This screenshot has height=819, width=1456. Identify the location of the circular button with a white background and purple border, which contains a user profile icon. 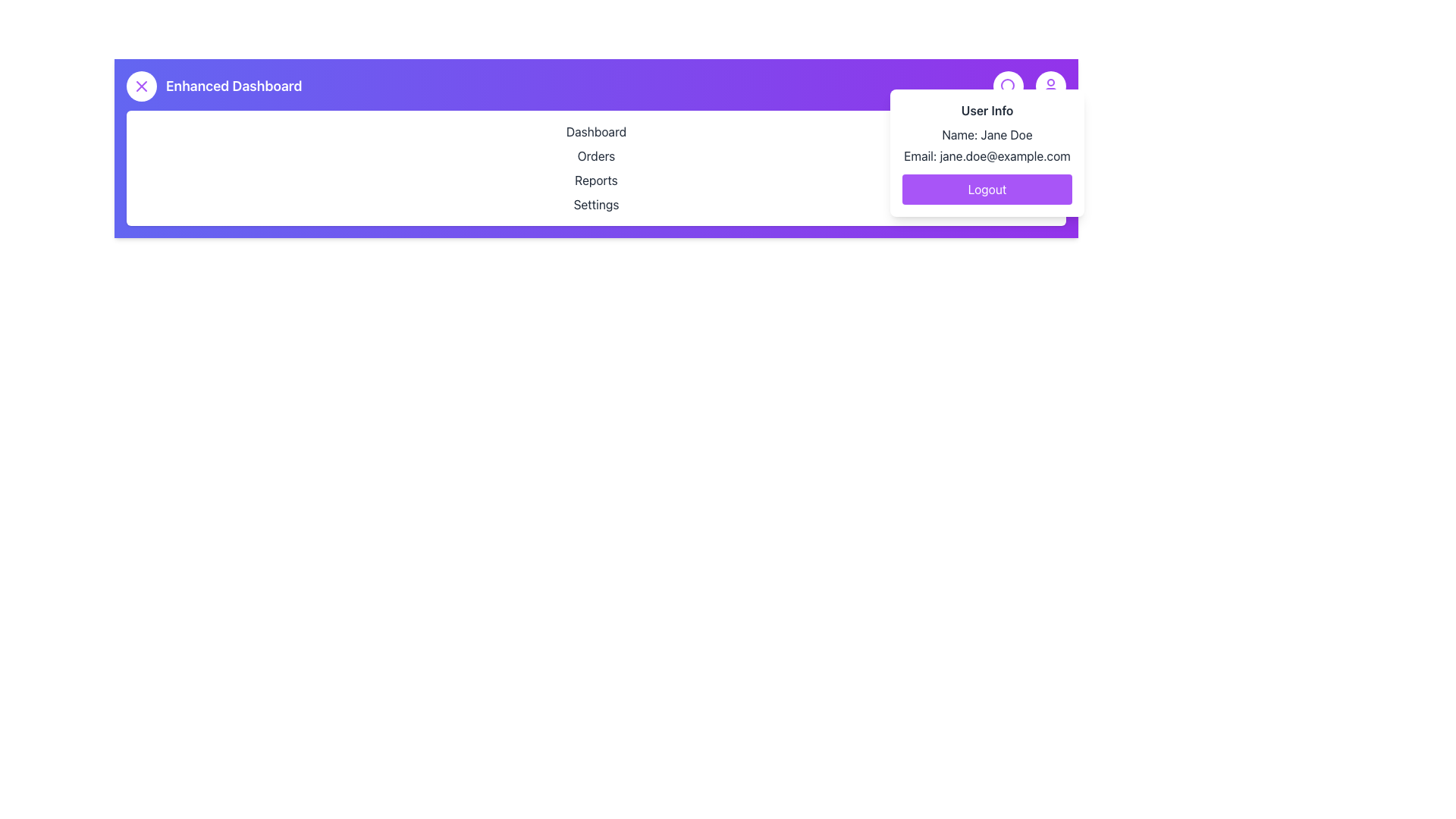
(1050, 86).